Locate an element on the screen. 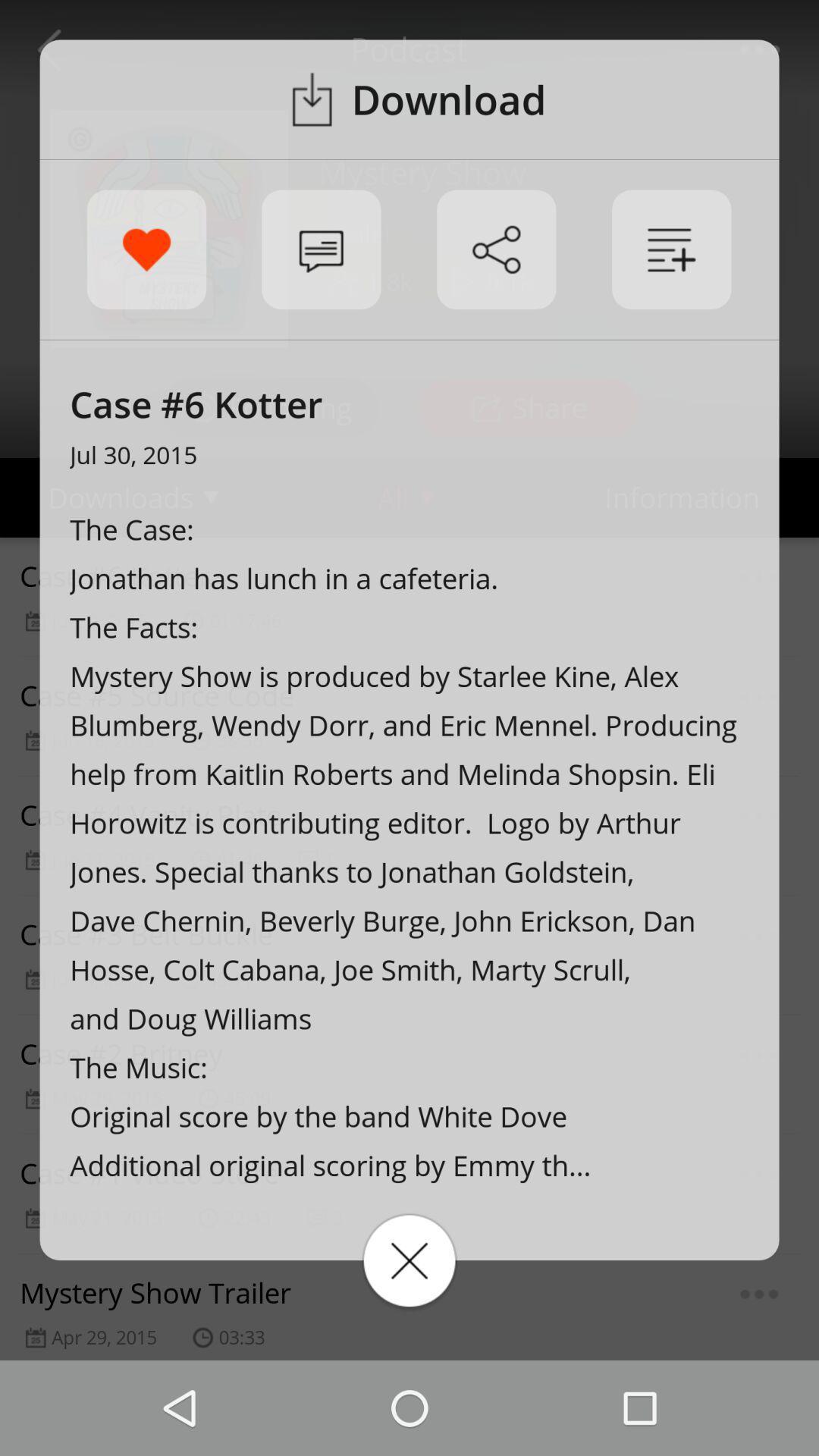 The height and width of the screenshot is (1456, 819). a comment is located at coordinates (320, 249).